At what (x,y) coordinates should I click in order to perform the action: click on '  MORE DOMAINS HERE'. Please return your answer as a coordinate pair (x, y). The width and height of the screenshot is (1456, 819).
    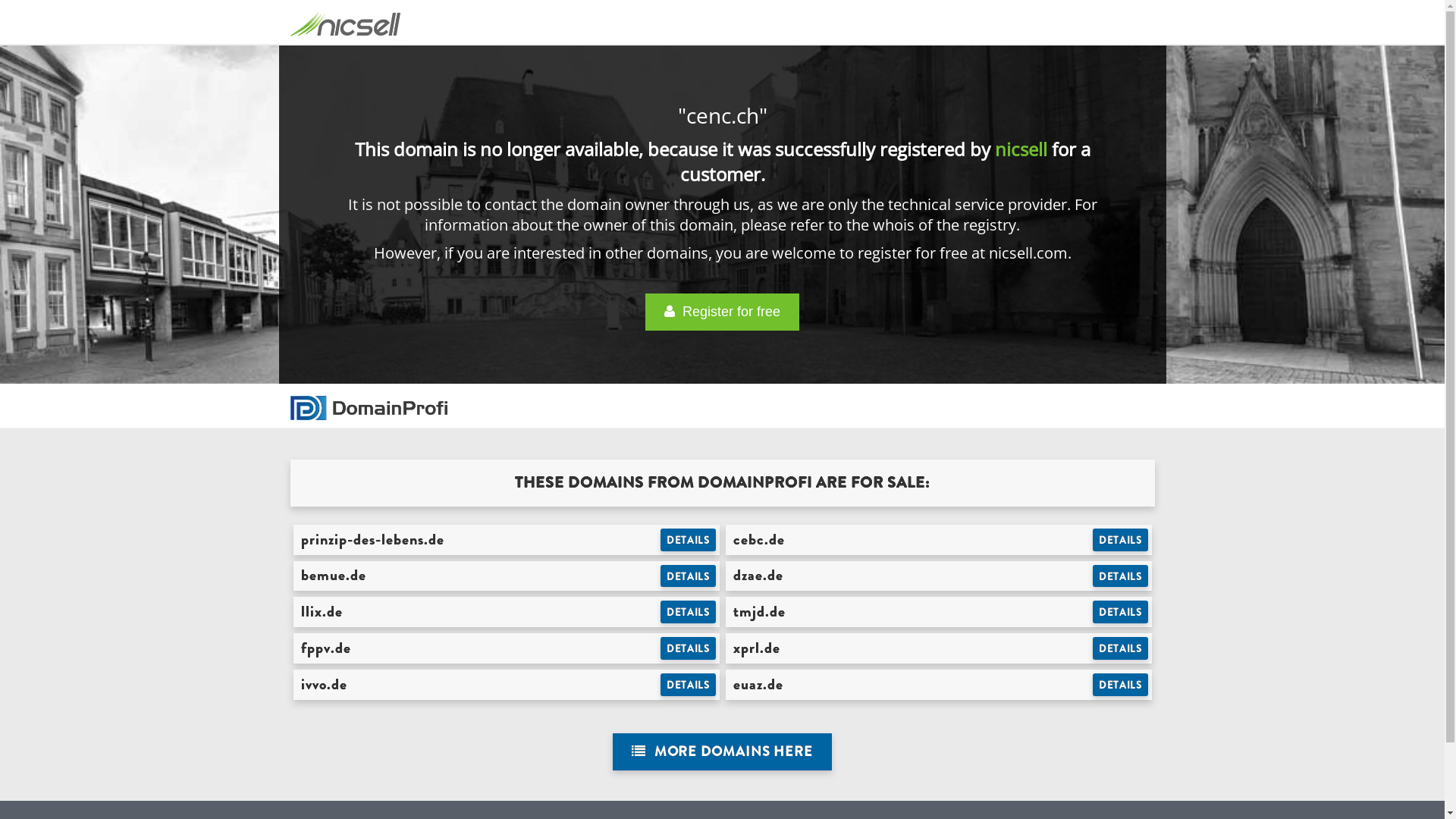
    Looking at the image, I should click on (721, 752).